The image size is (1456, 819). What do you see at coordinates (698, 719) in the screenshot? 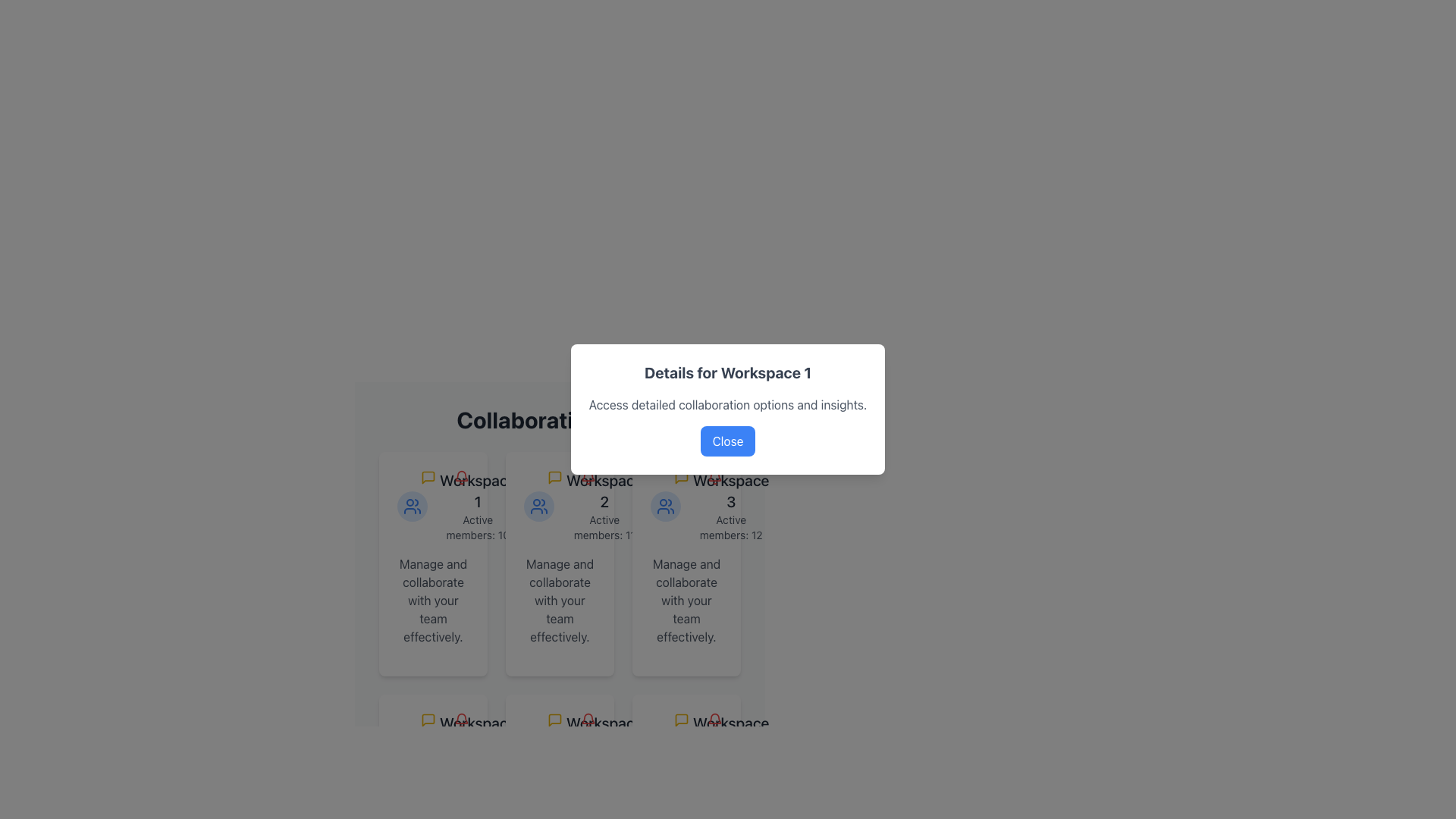
I see `the notification icon button, which is a red bell icon located at the top-right corner of the workspace card` at bounding box center [698, 719].